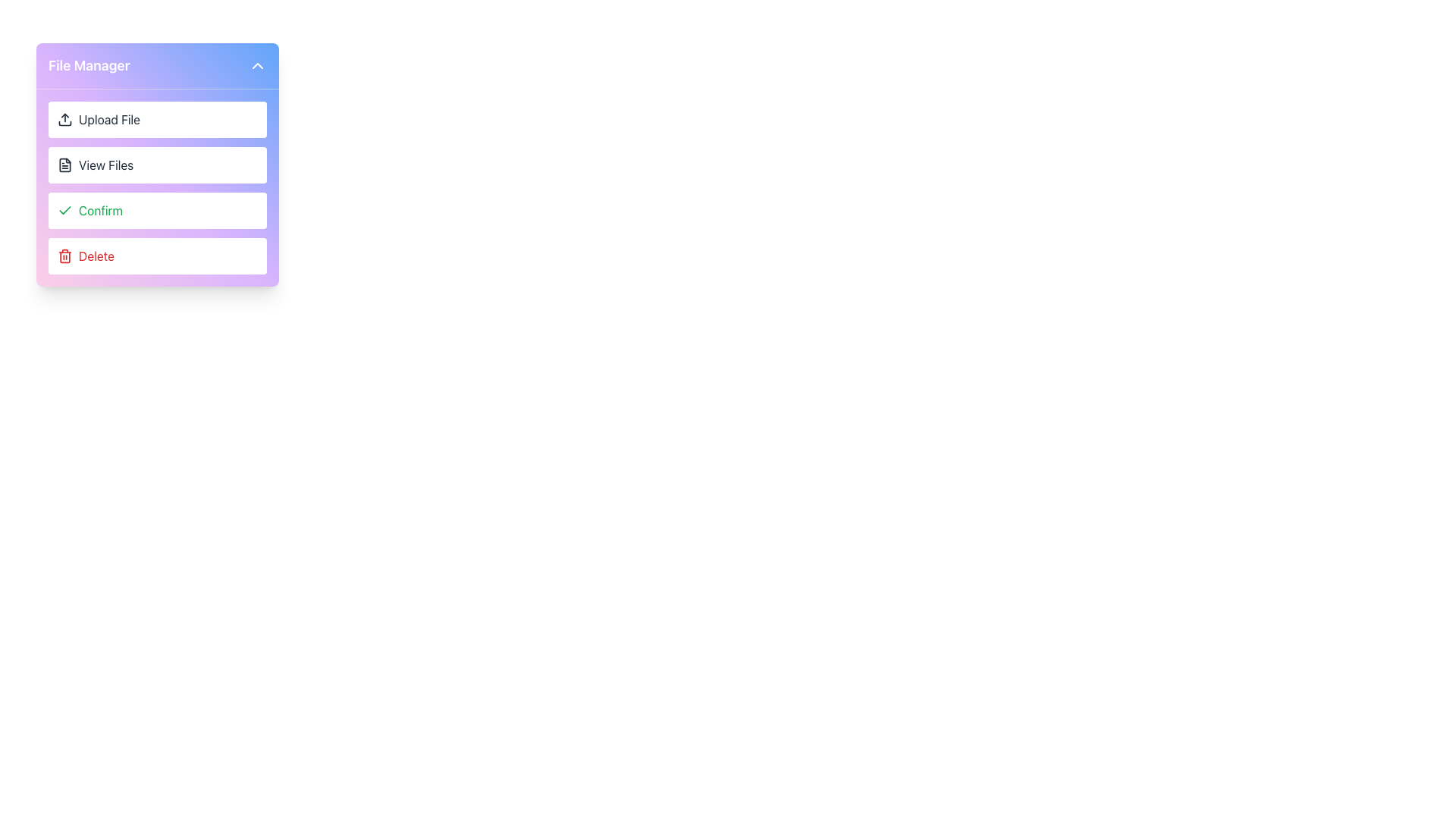  What do you see at coordinates (157, 165) in the screenshot?
I see `the 'View Files' button` at bounding box center [157, 165].